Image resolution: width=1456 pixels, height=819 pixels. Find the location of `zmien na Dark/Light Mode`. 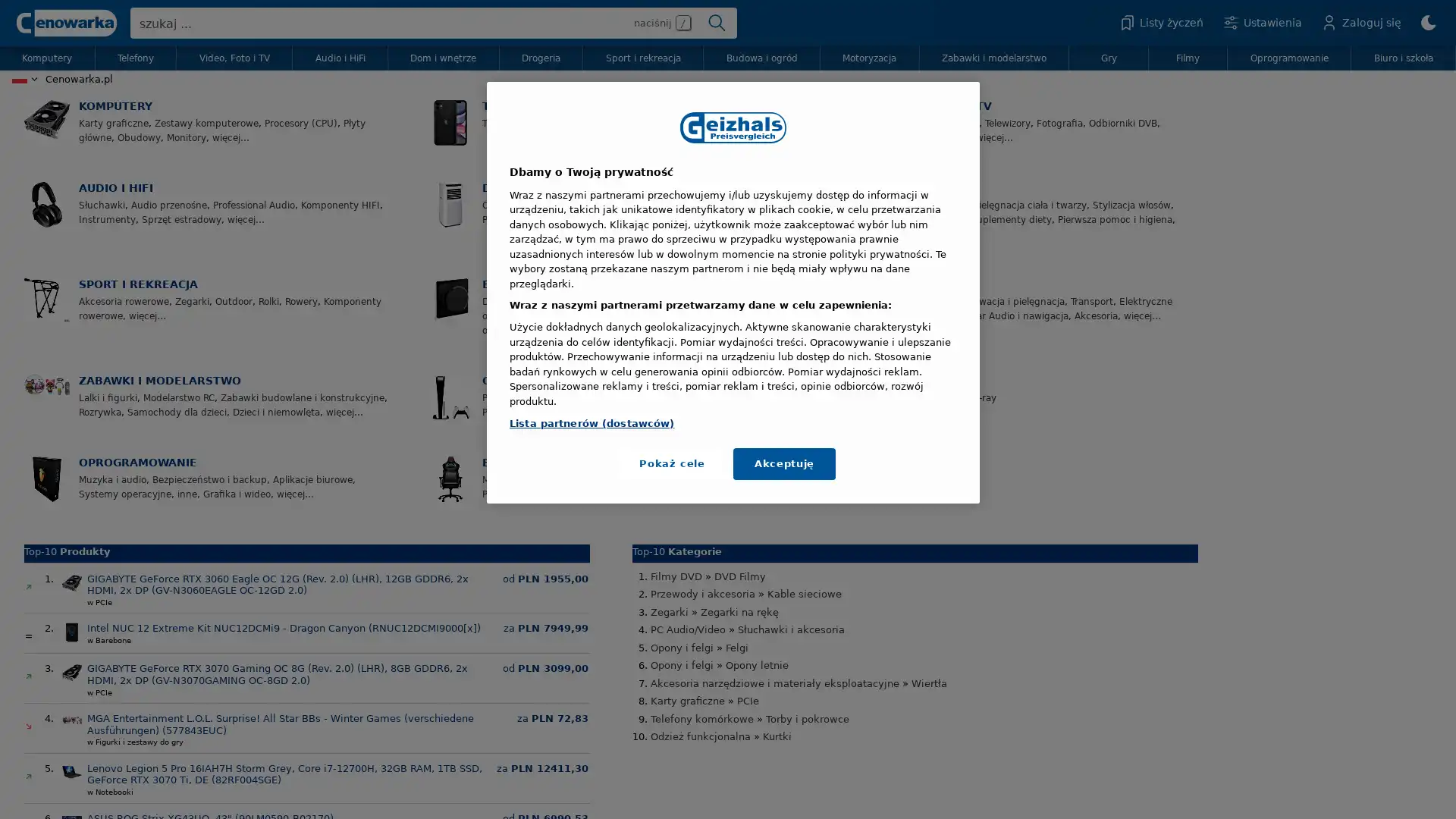

zmien na Dark/Light Mode is located at coordinates (1427, 23).